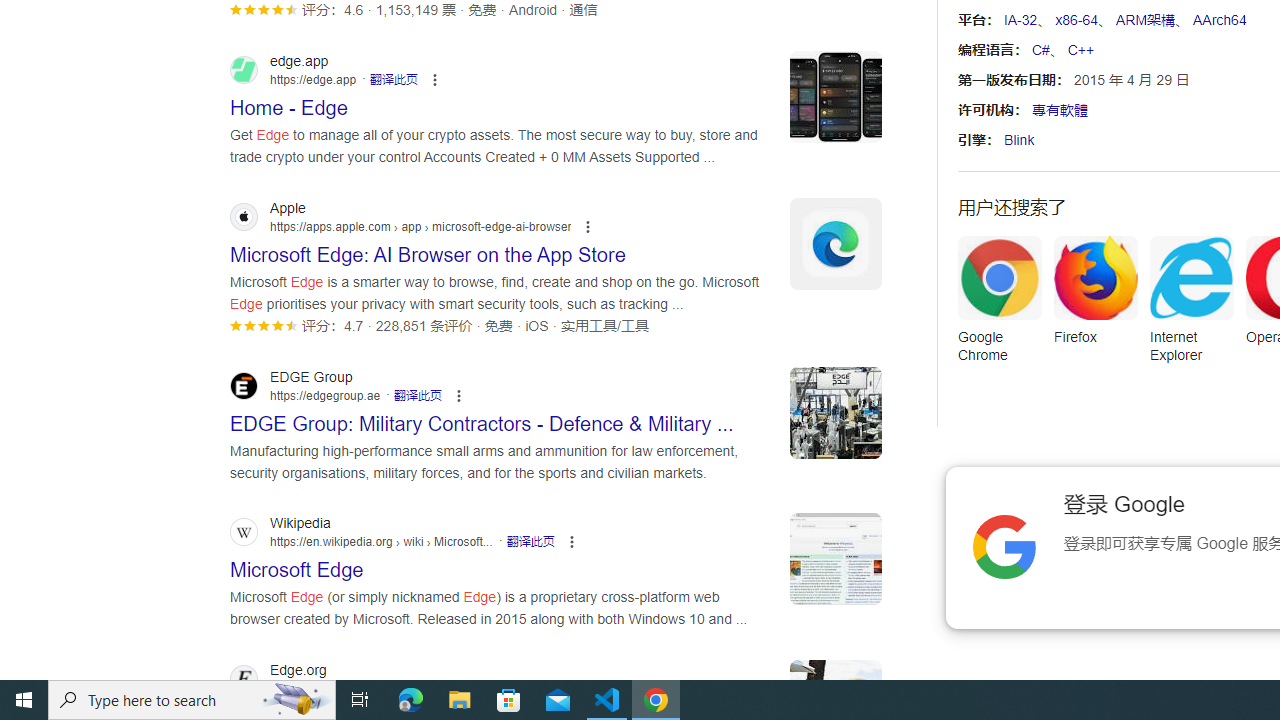 This screenshot has height=720, width=1280. What do you see at coordinates (1191, 306) in the screenshot?
I see `'Internet Explorer'` at bounding box center [1191, 306].